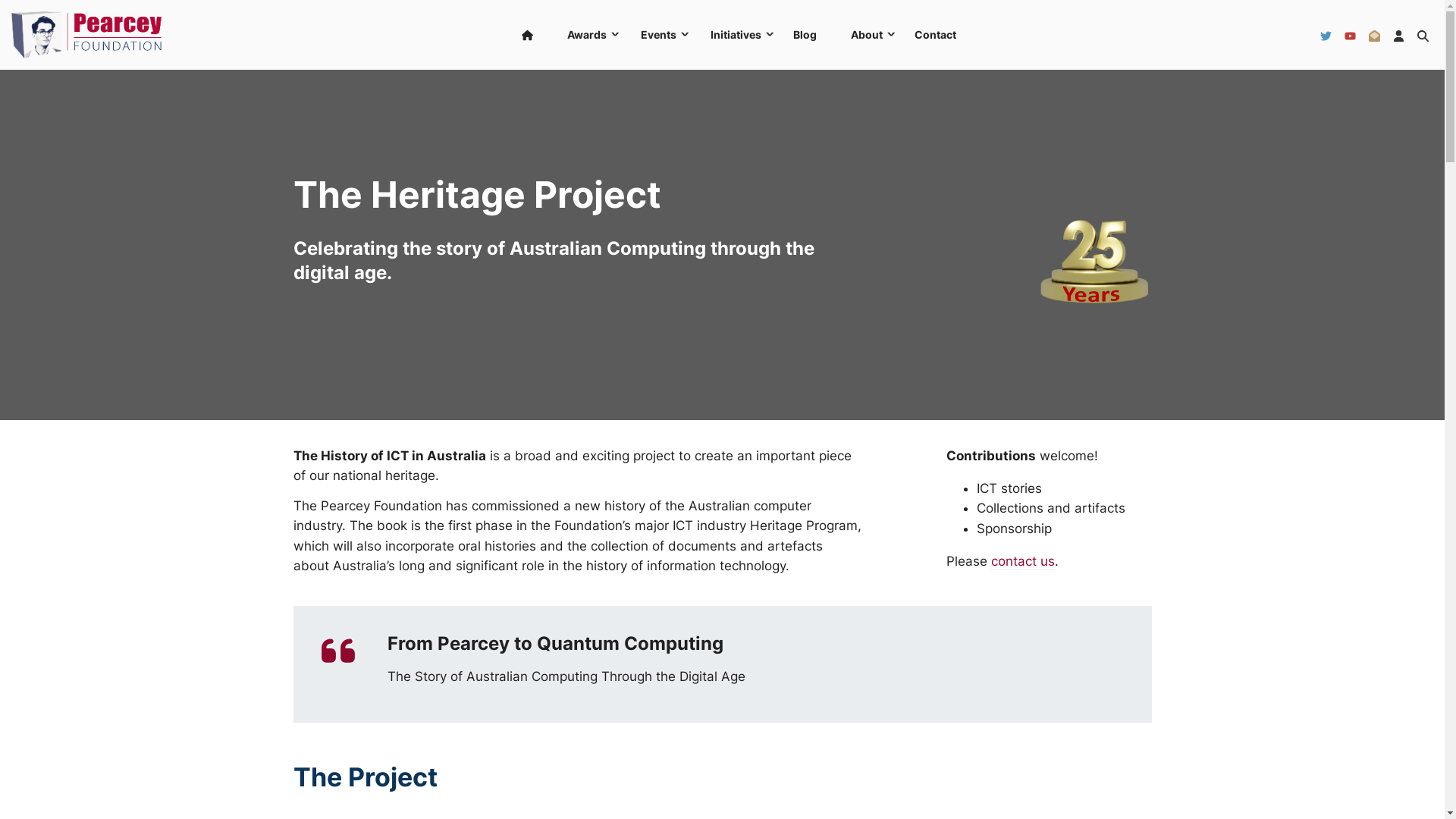  What do you see at coordinates (1374, 34) in the screenshot?
I see `'Email'` at bounding box center [1374, 34].